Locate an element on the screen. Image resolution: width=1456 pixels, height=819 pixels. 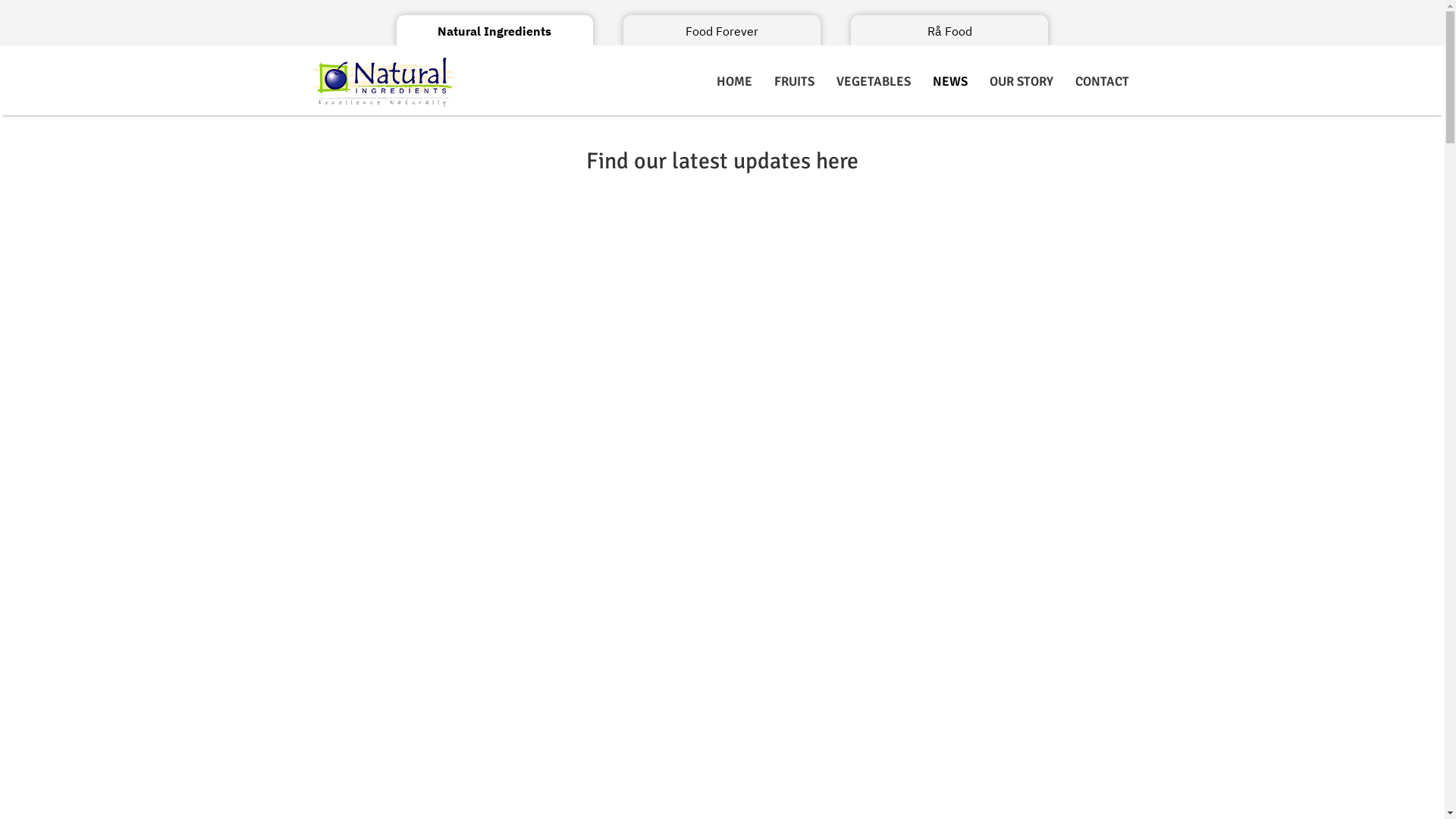
'VEGETABLES' is located at coordinates (825, 82).